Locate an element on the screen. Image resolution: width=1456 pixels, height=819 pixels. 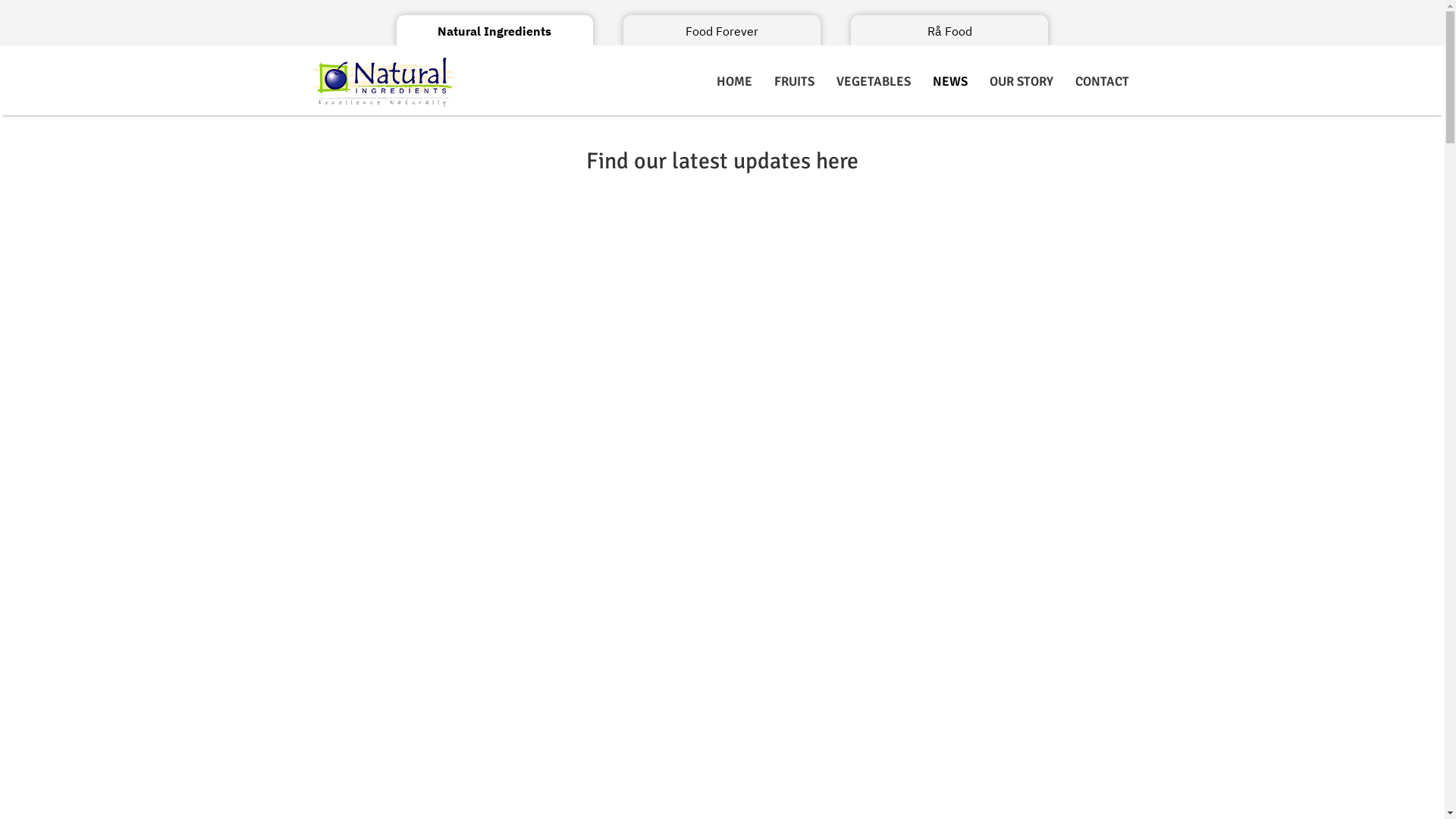
'VEGETABLES' is located at coordinates (825, 82).